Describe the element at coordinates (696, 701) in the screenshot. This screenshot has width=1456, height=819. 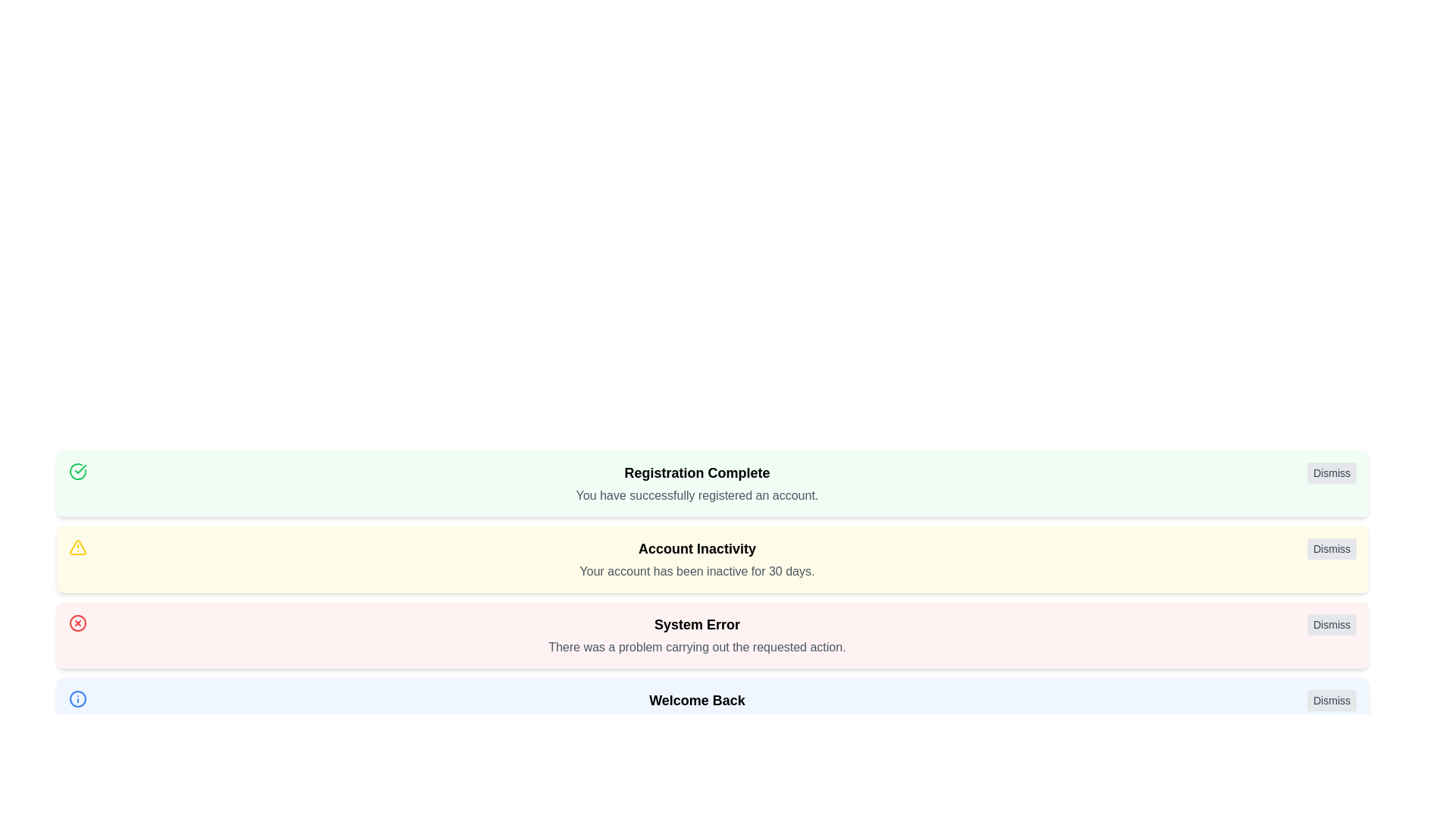
I see `the 'Welcome Back' text label, which is a bold, large font element centered horizontally on a light blue background` at that location.